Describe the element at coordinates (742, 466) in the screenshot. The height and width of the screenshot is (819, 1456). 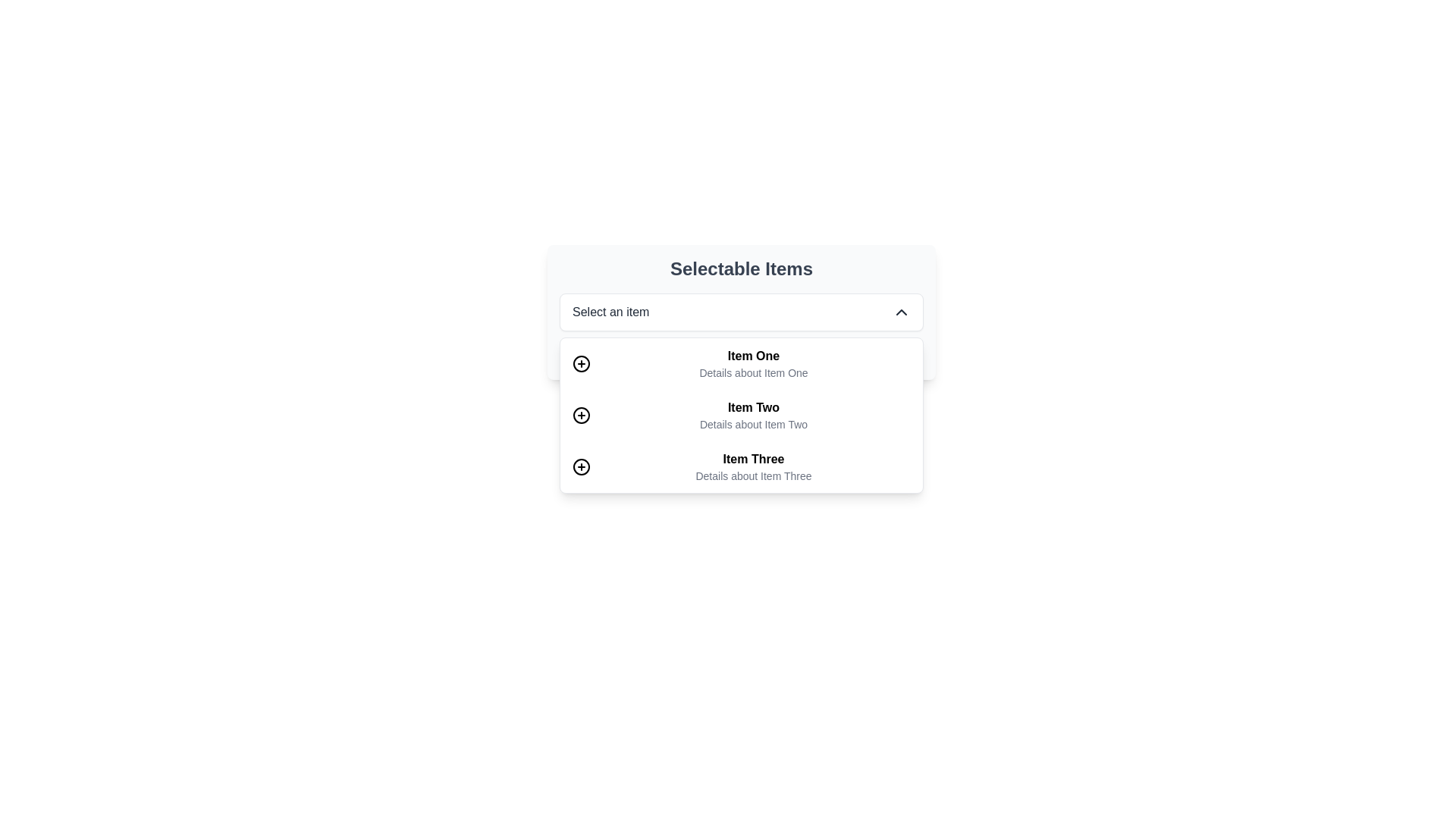
I see `the third item in the dropdown menu labeled 'Item Three'` at that location.